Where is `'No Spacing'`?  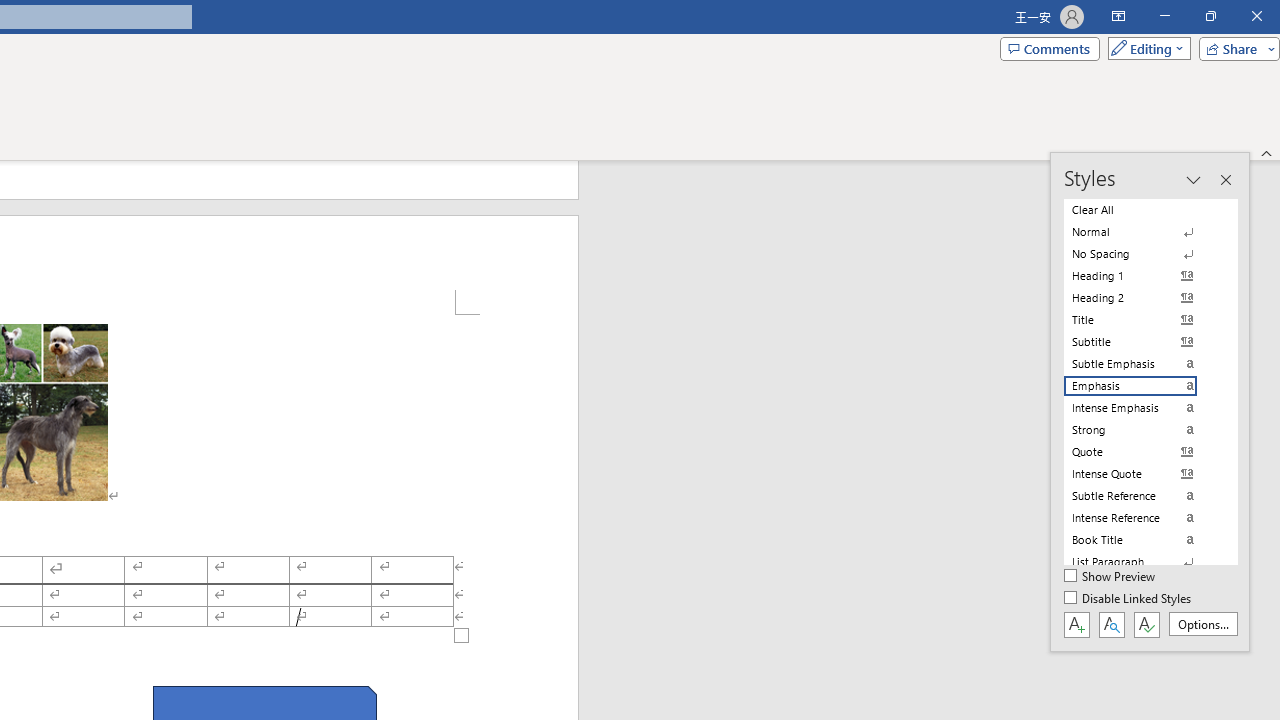
'No Spacing' is located at coordinates (1142, 253).